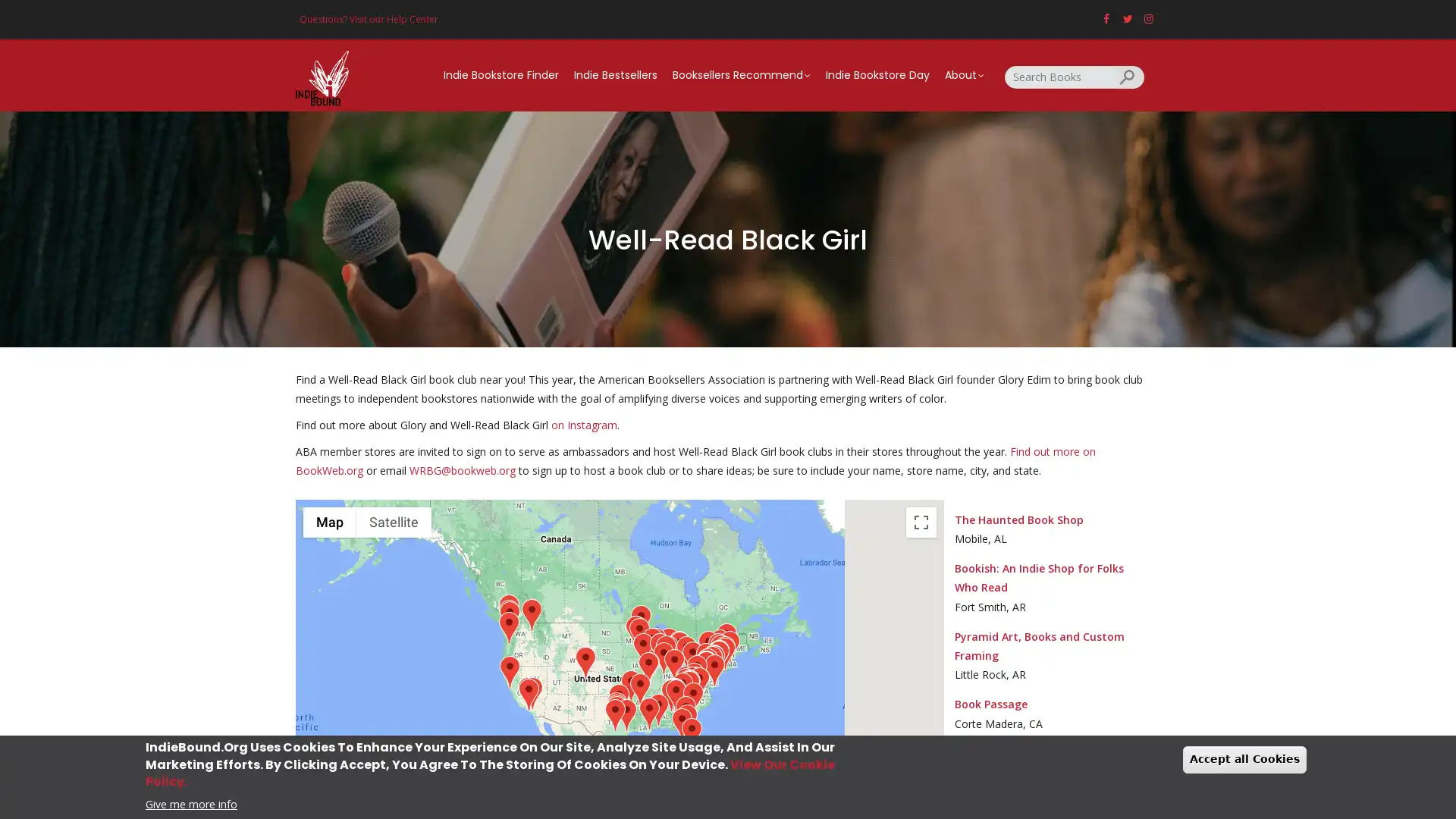  What do you see at coordinates (706, 663) in the screenshot?
I see `Greedy Reads Remington` at bounding box center [706, 663].